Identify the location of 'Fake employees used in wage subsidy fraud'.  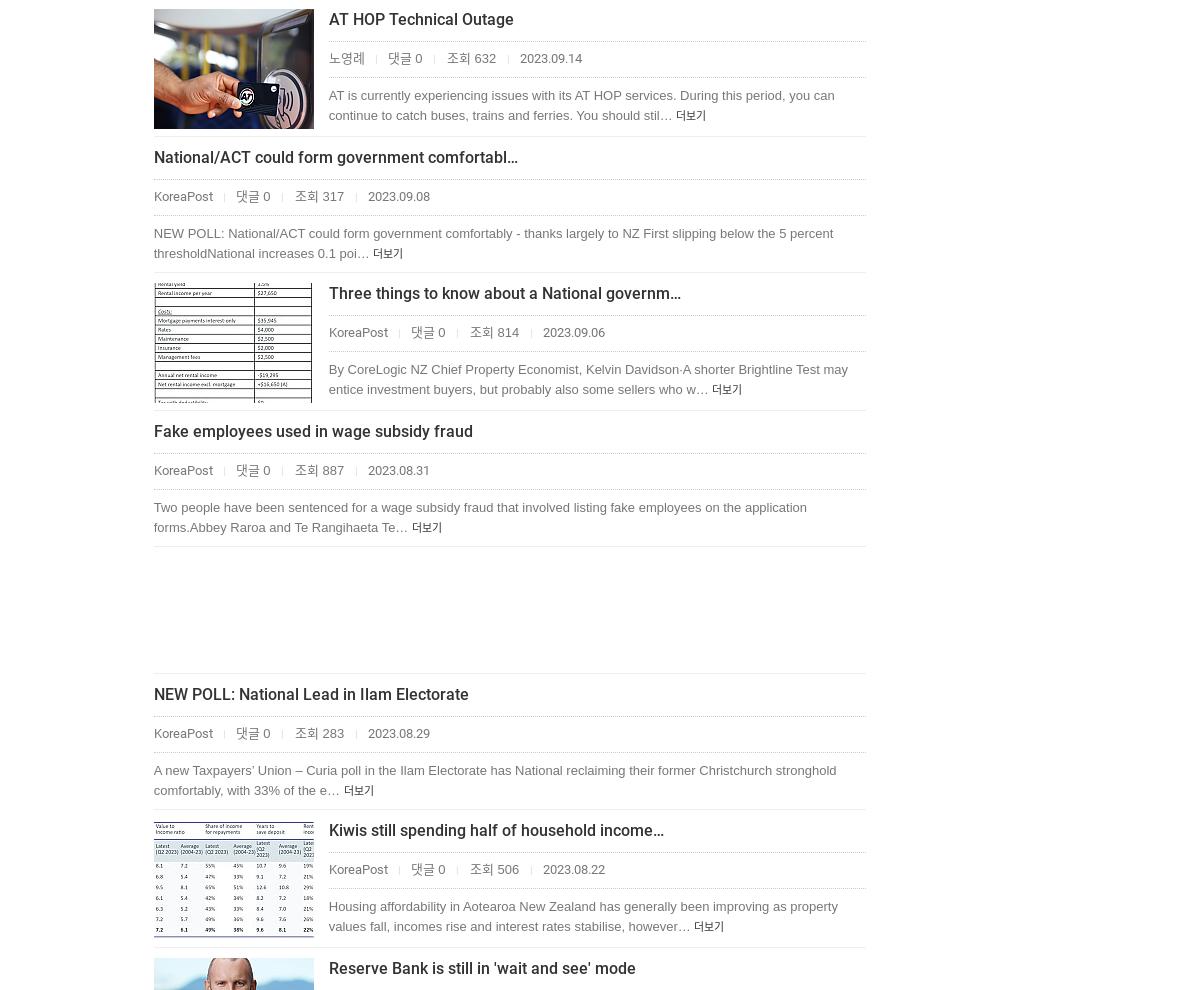
(152, 430).